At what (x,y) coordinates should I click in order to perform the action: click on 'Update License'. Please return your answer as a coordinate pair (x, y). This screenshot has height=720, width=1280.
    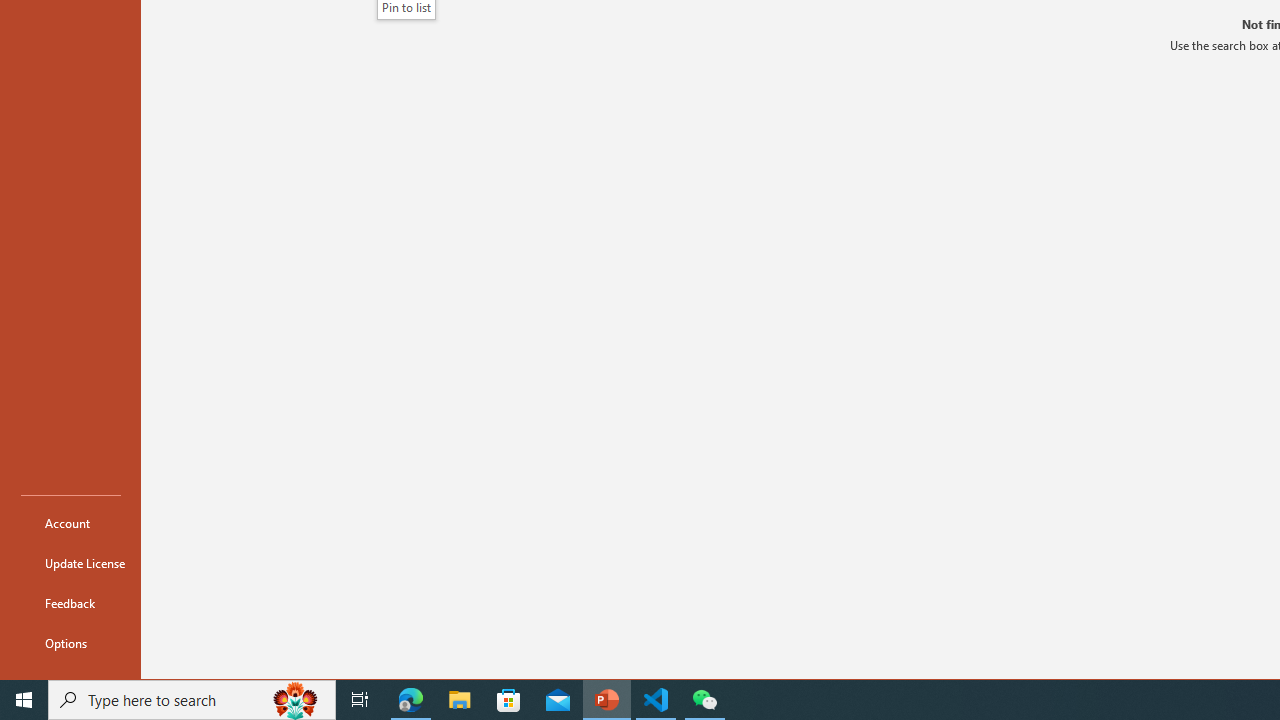
    Looking at the image, I should click on (71, 563).